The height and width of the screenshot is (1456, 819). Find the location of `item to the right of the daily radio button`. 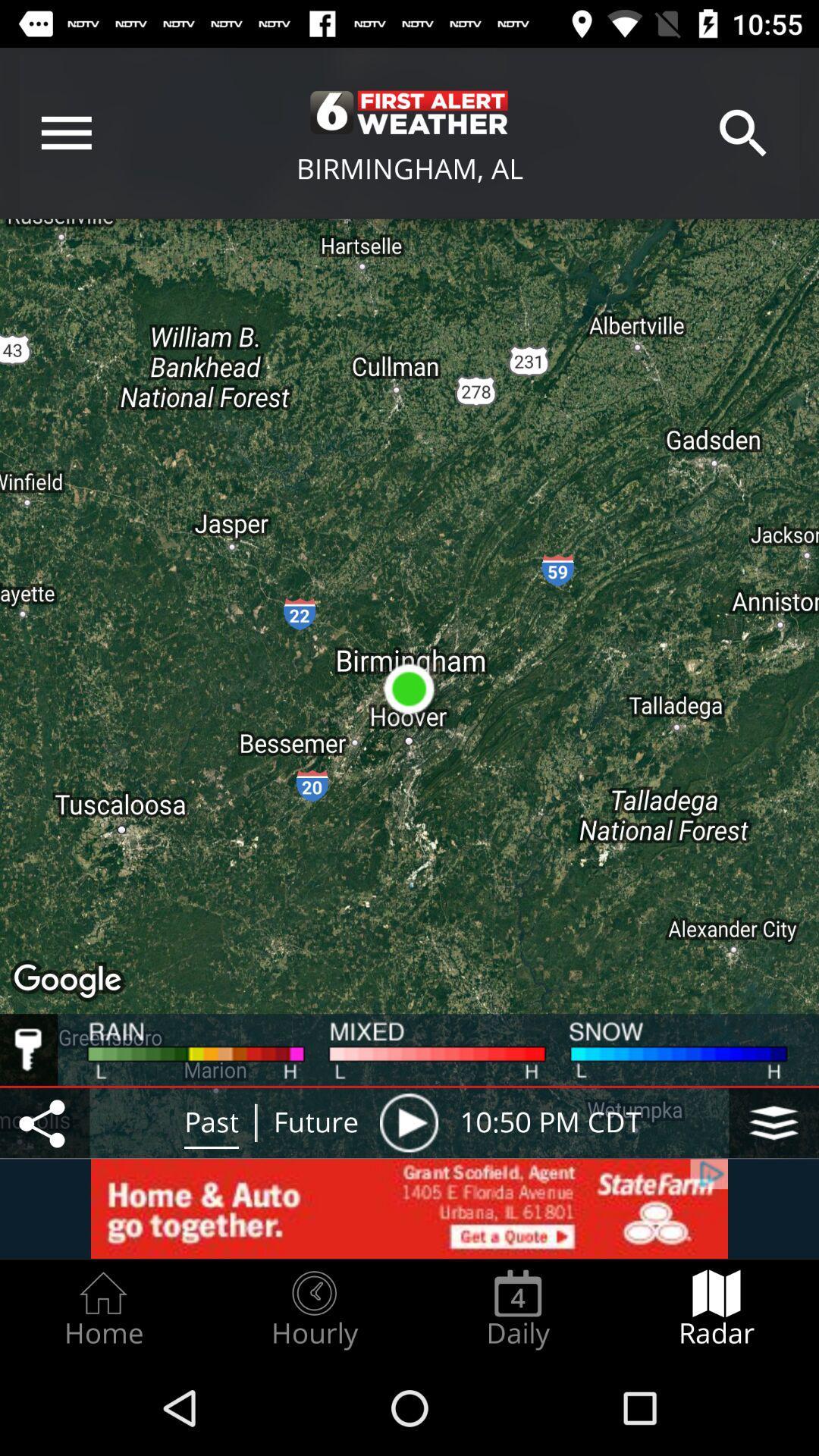

item to the right of the daily radio button is located at coordinates (717, 1309).